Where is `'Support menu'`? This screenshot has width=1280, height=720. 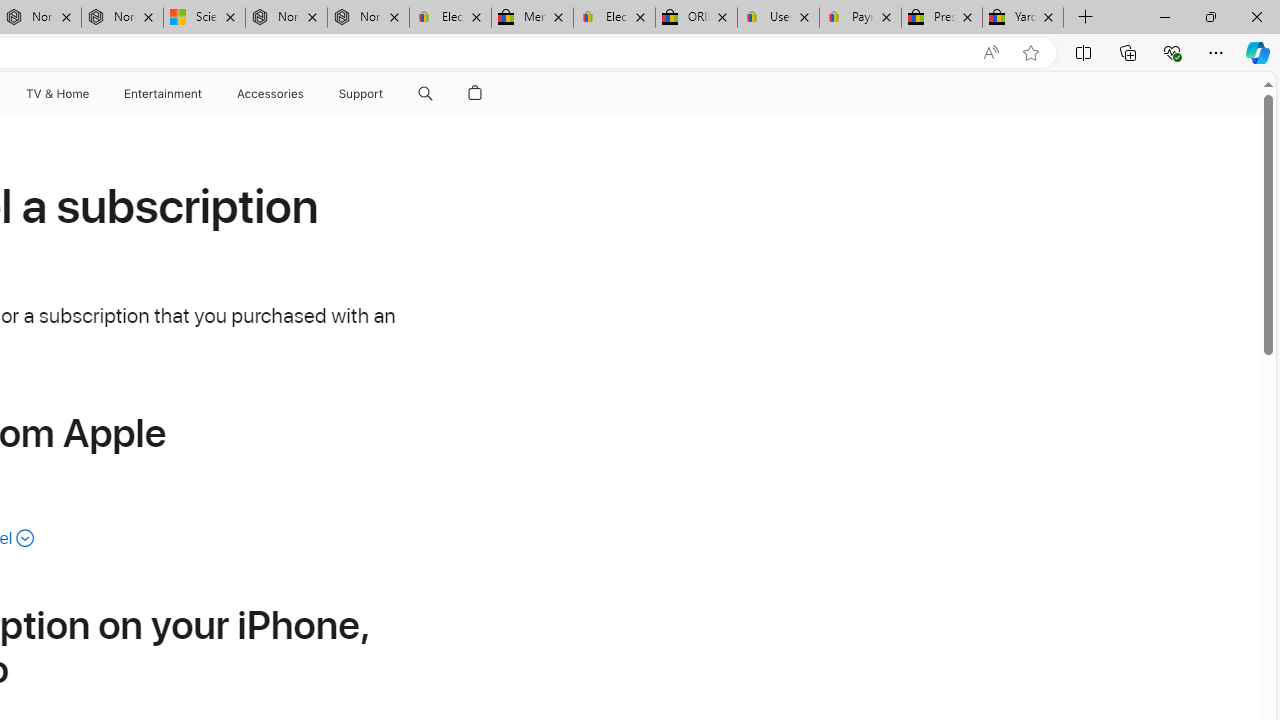
'Support menu' is located at coordinates (387, 93).